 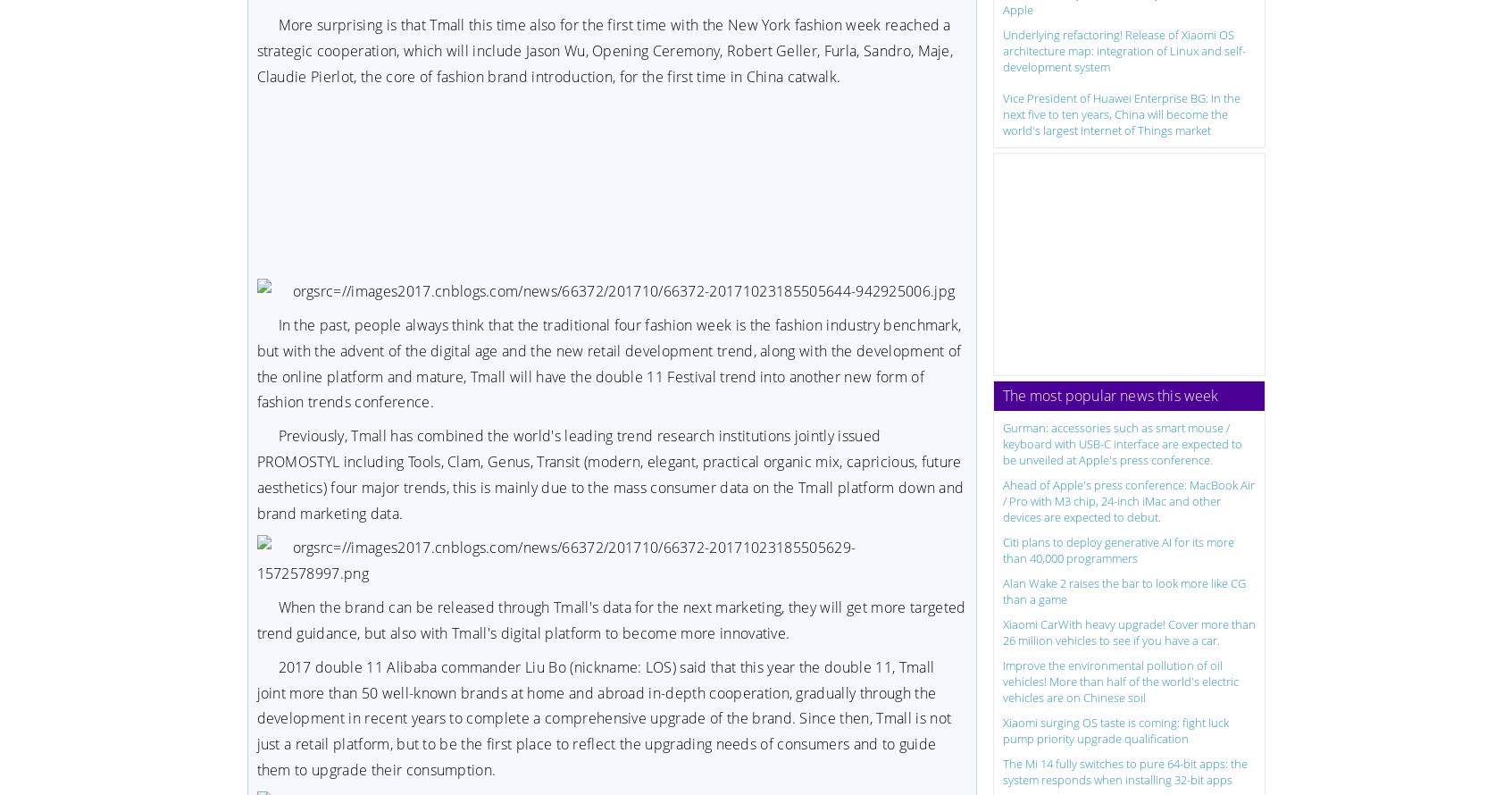 I want to click on 'The most popular news this week', so click(x=1110, y=395).